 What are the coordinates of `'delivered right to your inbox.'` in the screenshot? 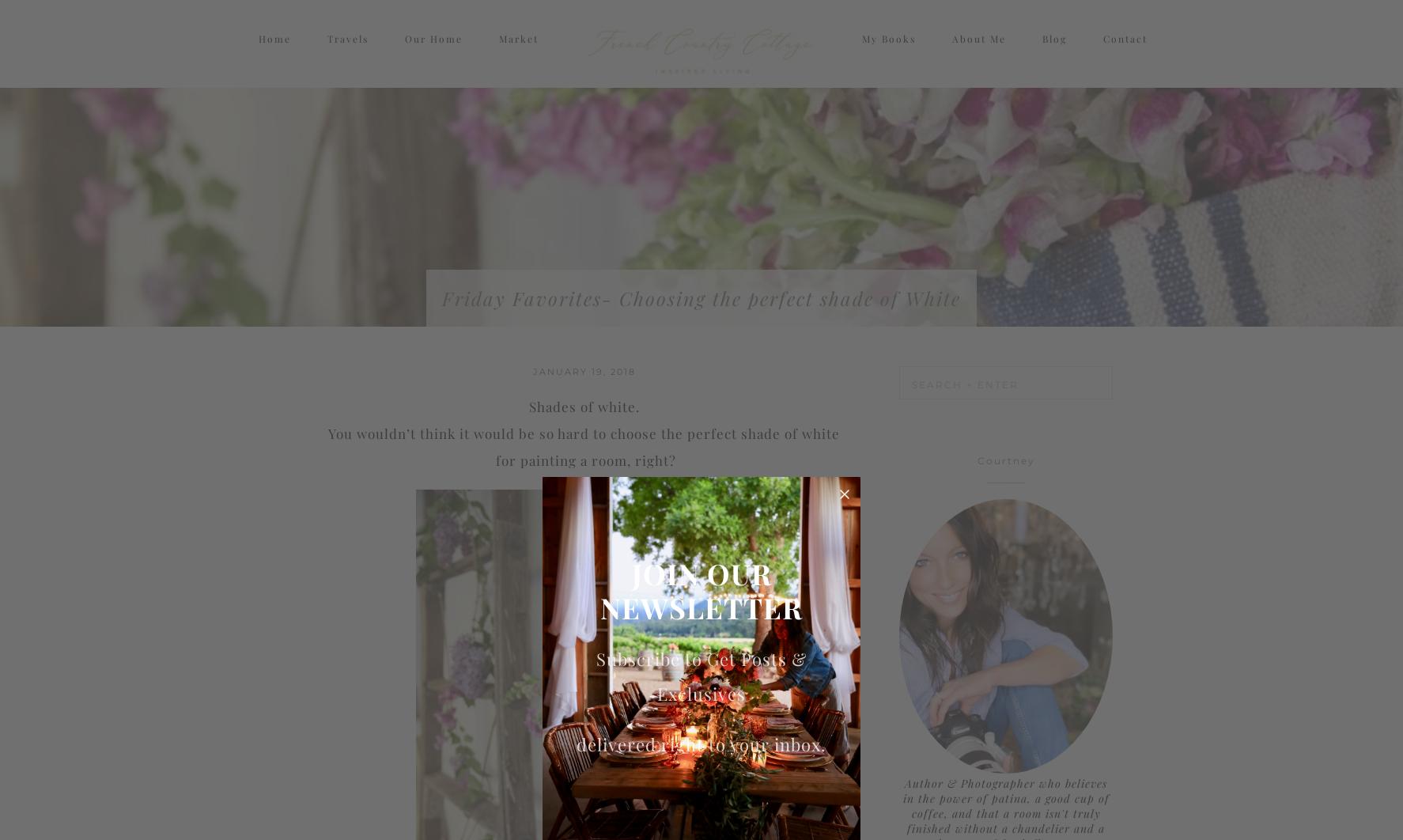 It's located at (701, 742).